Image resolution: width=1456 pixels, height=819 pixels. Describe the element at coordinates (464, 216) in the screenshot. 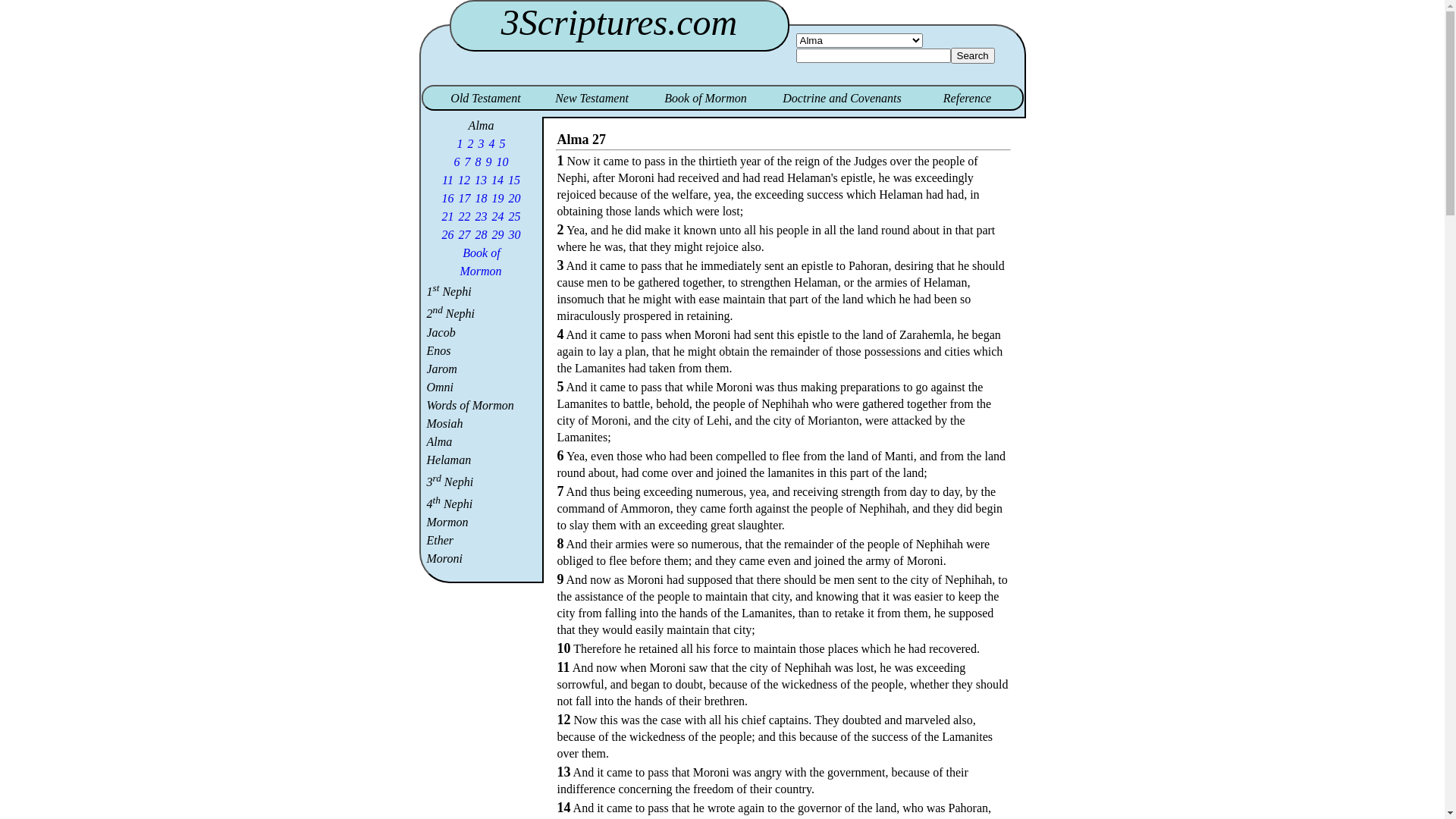

I see `'22'` at that location.